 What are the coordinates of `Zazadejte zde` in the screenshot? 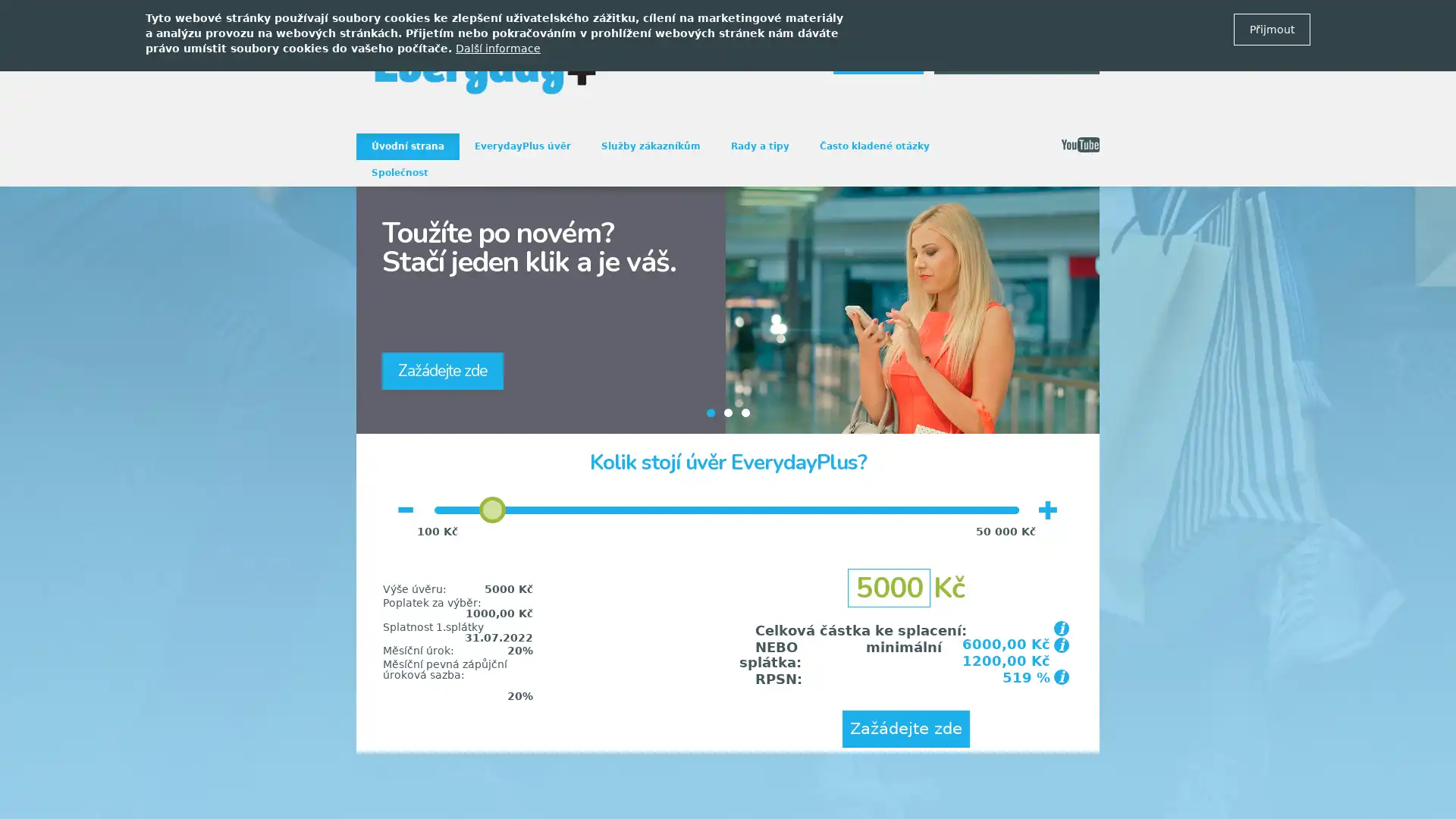 It's located at (906, 728).